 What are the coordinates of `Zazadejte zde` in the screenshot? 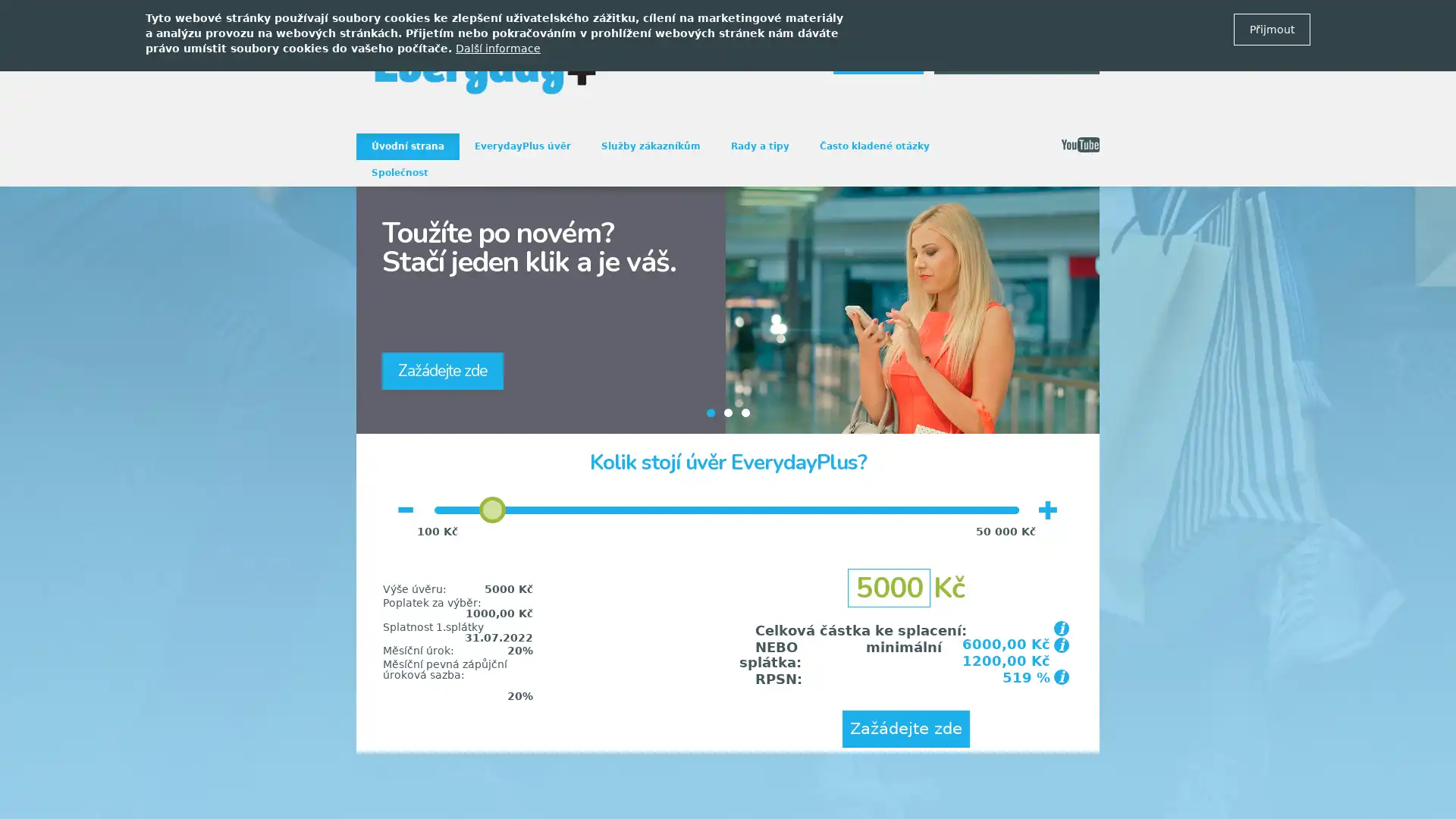 It's located at (906, 728).